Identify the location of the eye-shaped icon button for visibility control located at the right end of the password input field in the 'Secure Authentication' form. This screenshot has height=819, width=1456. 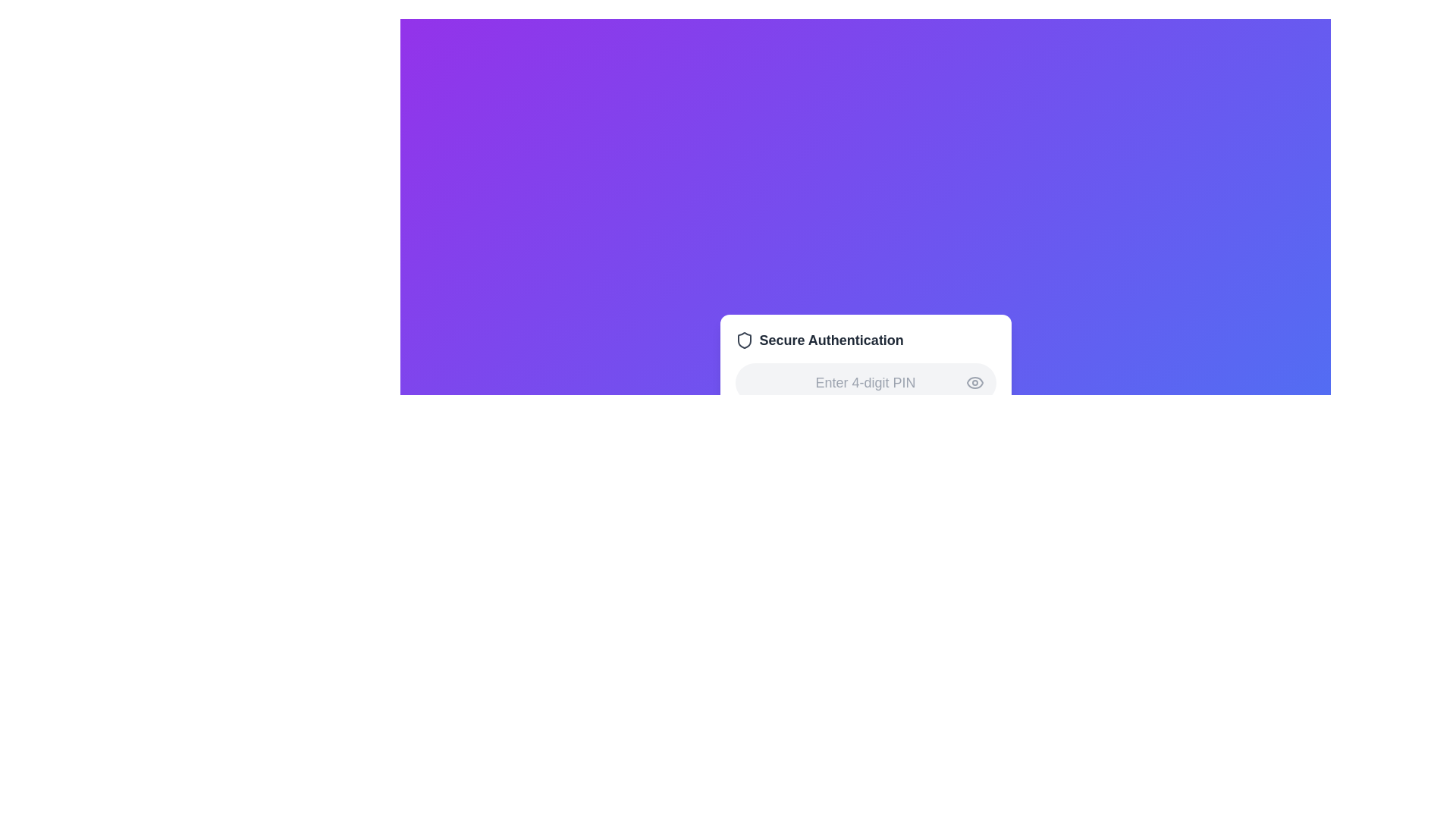
(974, 382).